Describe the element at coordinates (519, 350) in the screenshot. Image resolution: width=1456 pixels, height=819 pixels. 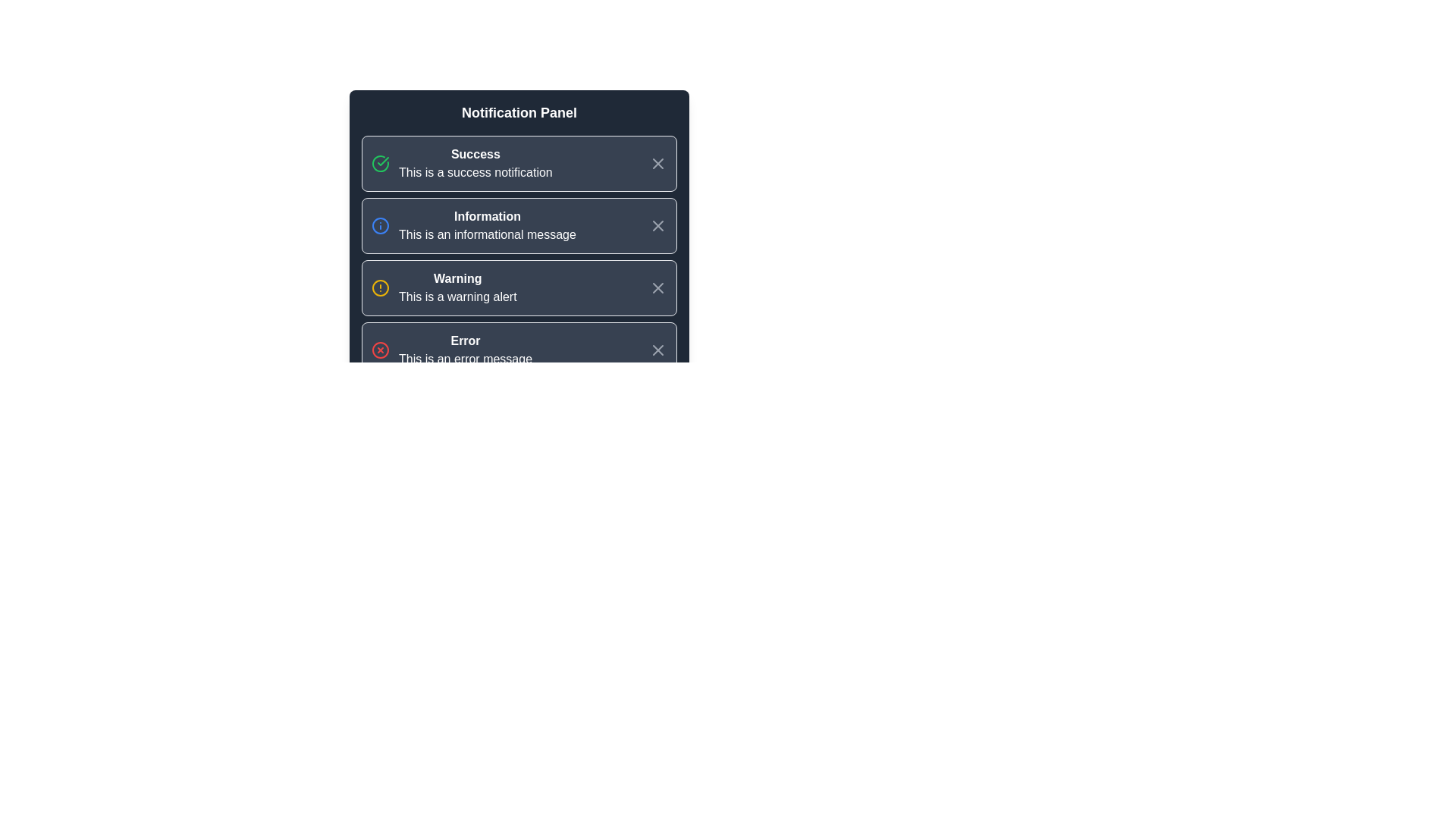
I see `the close button on the right of the fourth notification box with a dark gray background and a red cross icon indicating an error` at that location.